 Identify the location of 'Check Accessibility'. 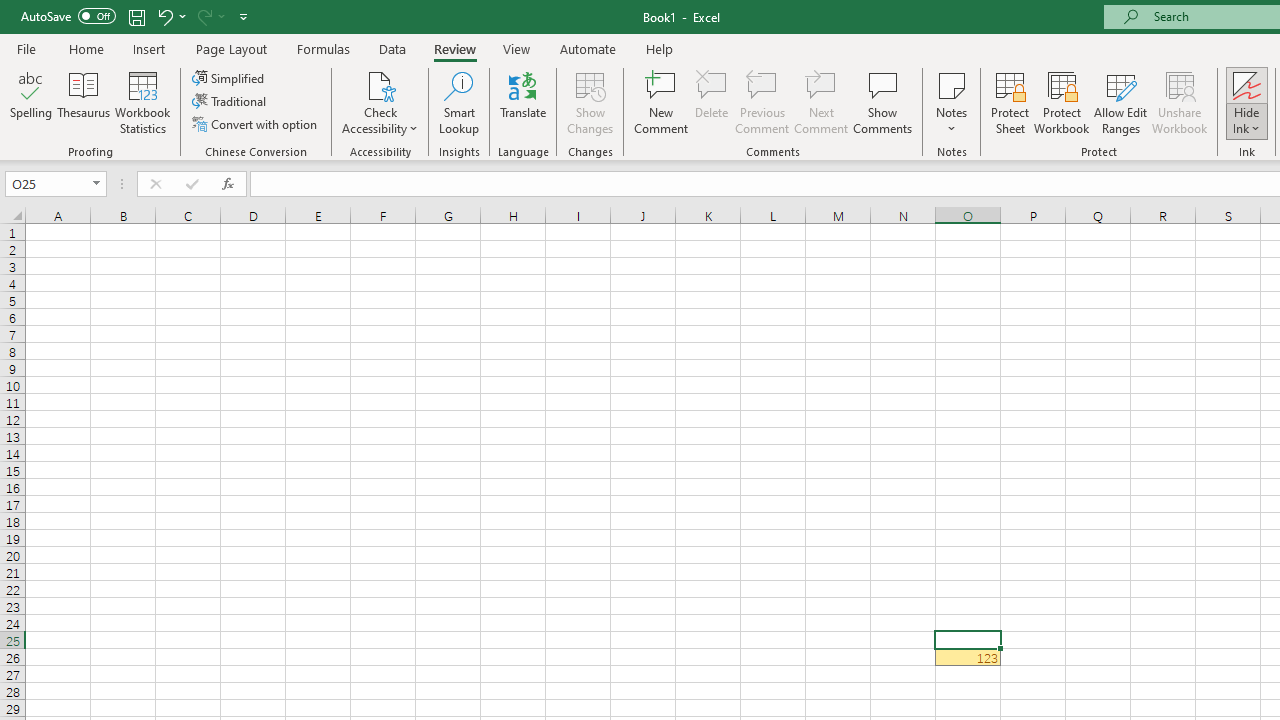
(380, 84).